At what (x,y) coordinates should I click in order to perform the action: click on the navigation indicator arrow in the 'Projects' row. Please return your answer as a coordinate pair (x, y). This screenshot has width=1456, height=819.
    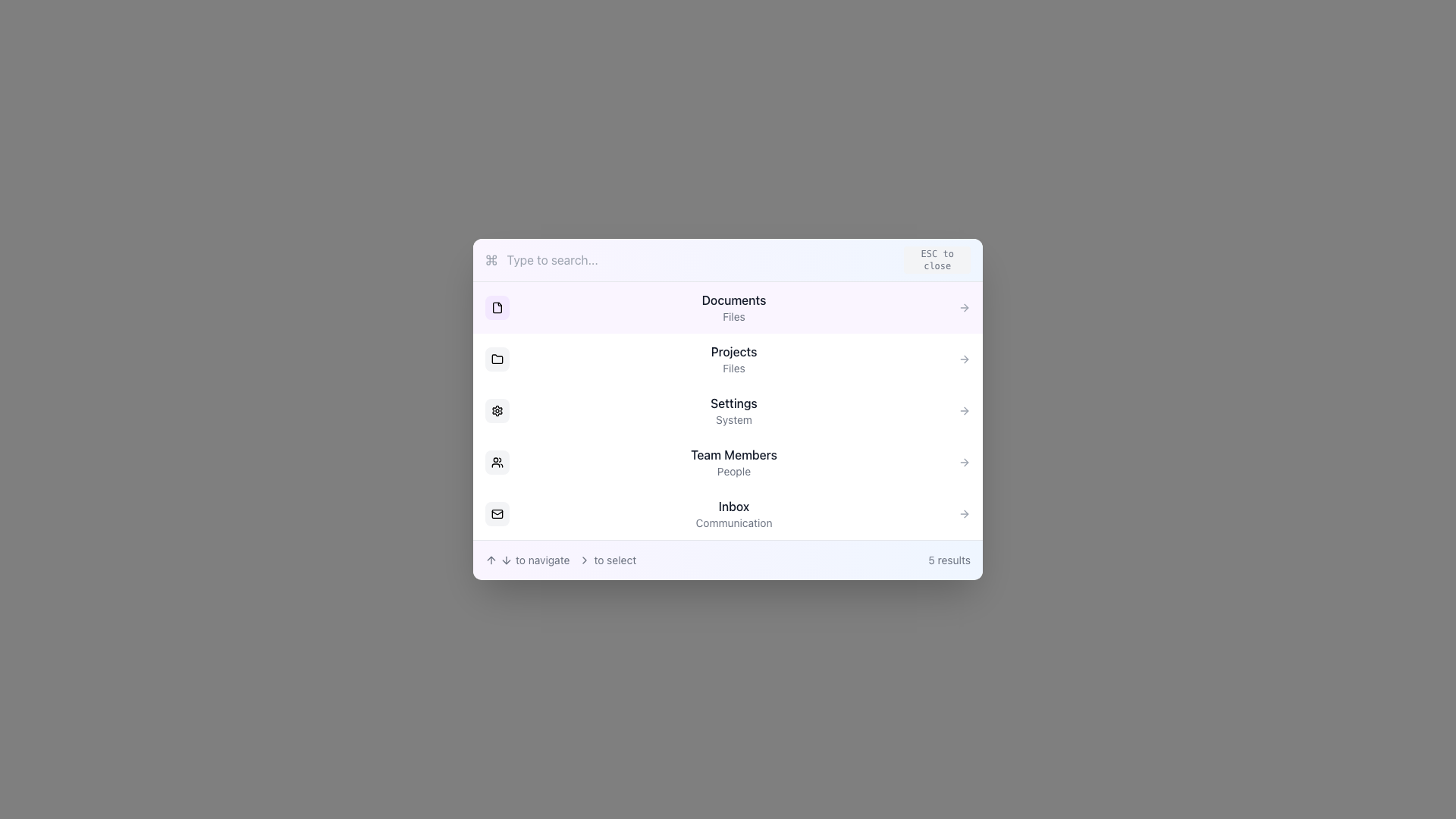
    Looking at the image, I should click on (965, 359).